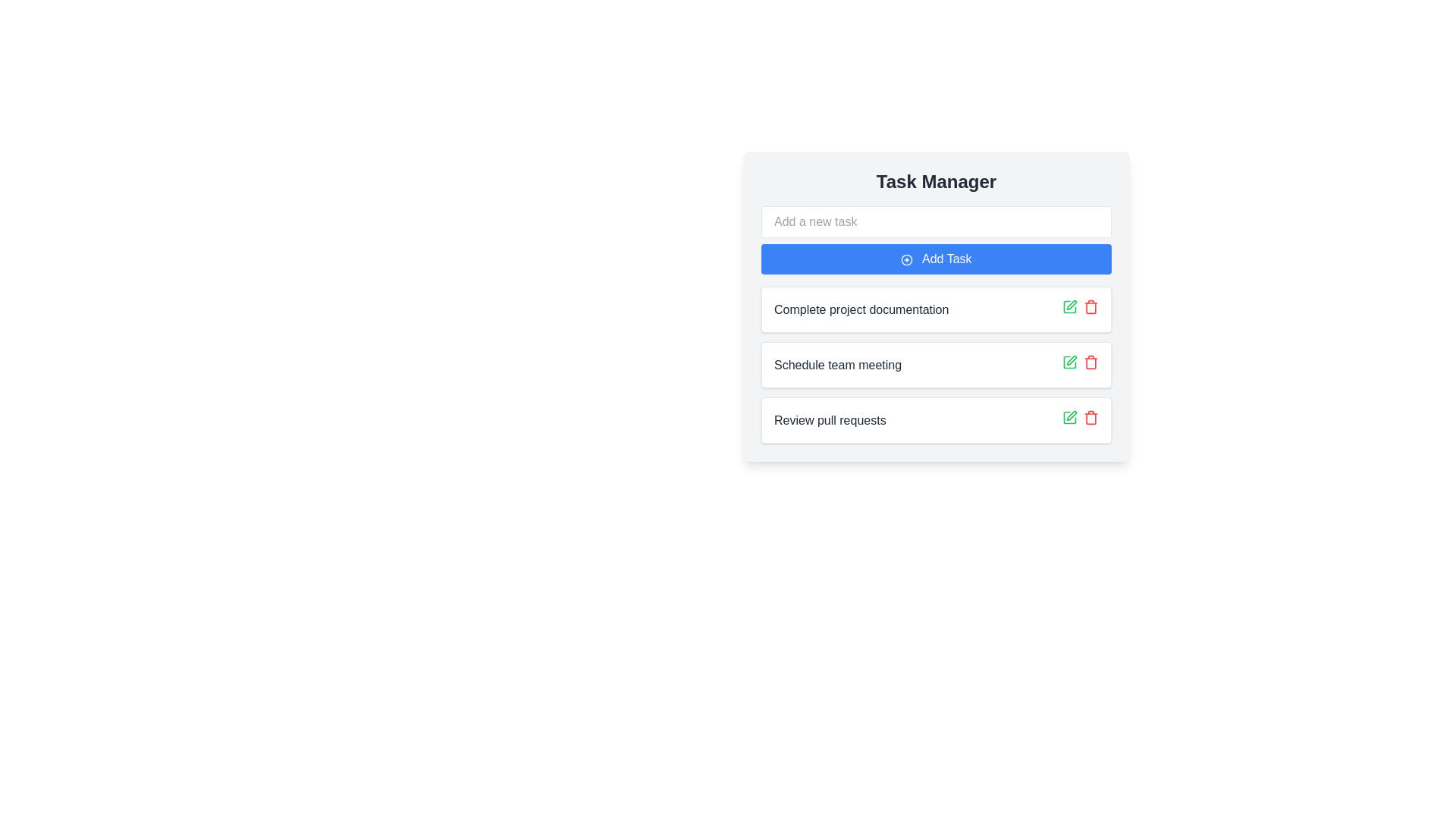 This screenshot has width=1456, height=819. I want to click on information displayed in the text label that describes a task in the task management interface, positioned in the second row and horizontally offset to the left side, so click(836, 365).